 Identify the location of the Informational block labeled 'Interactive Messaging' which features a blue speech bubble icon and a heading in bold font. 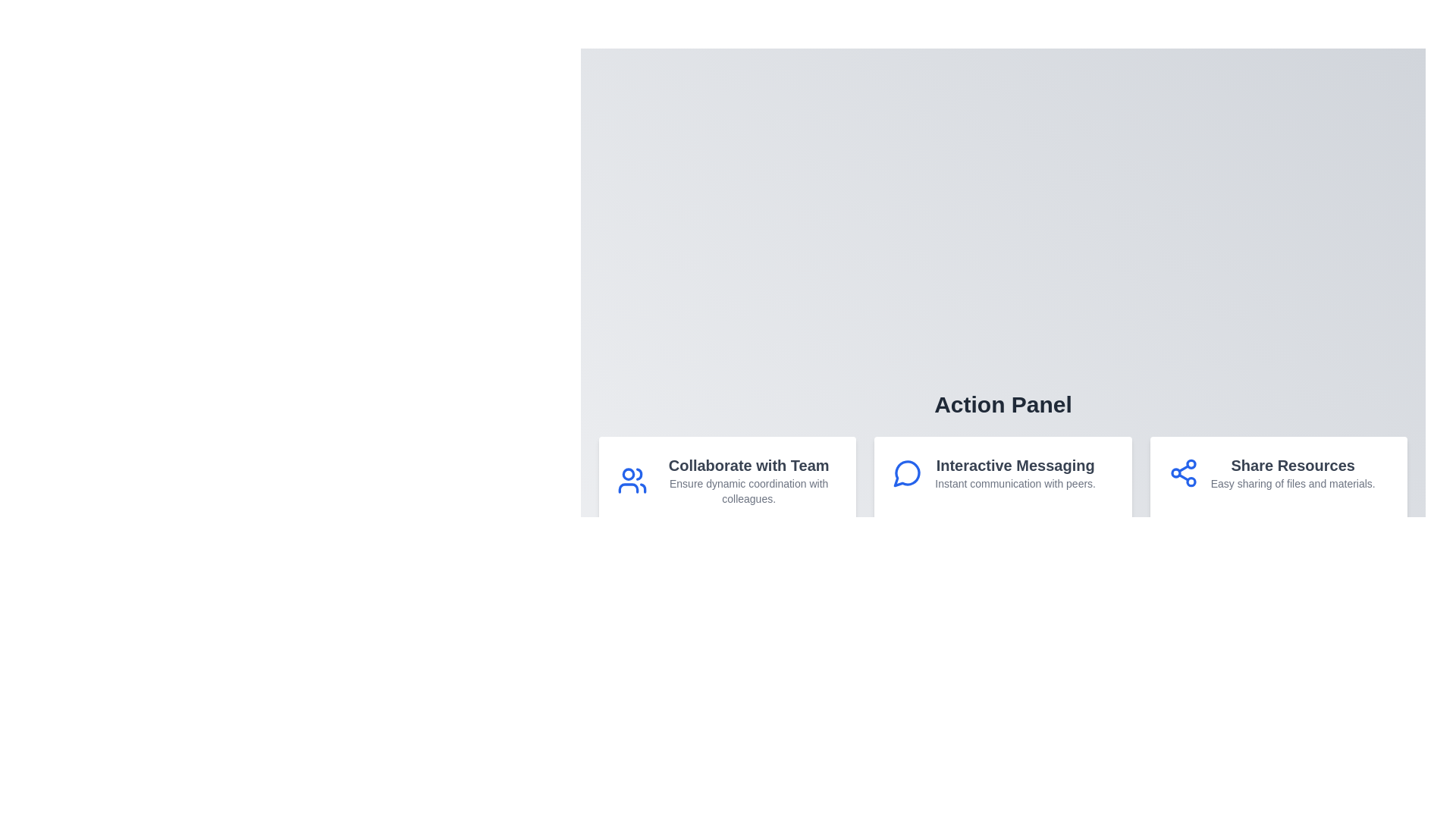
(1003, 472).